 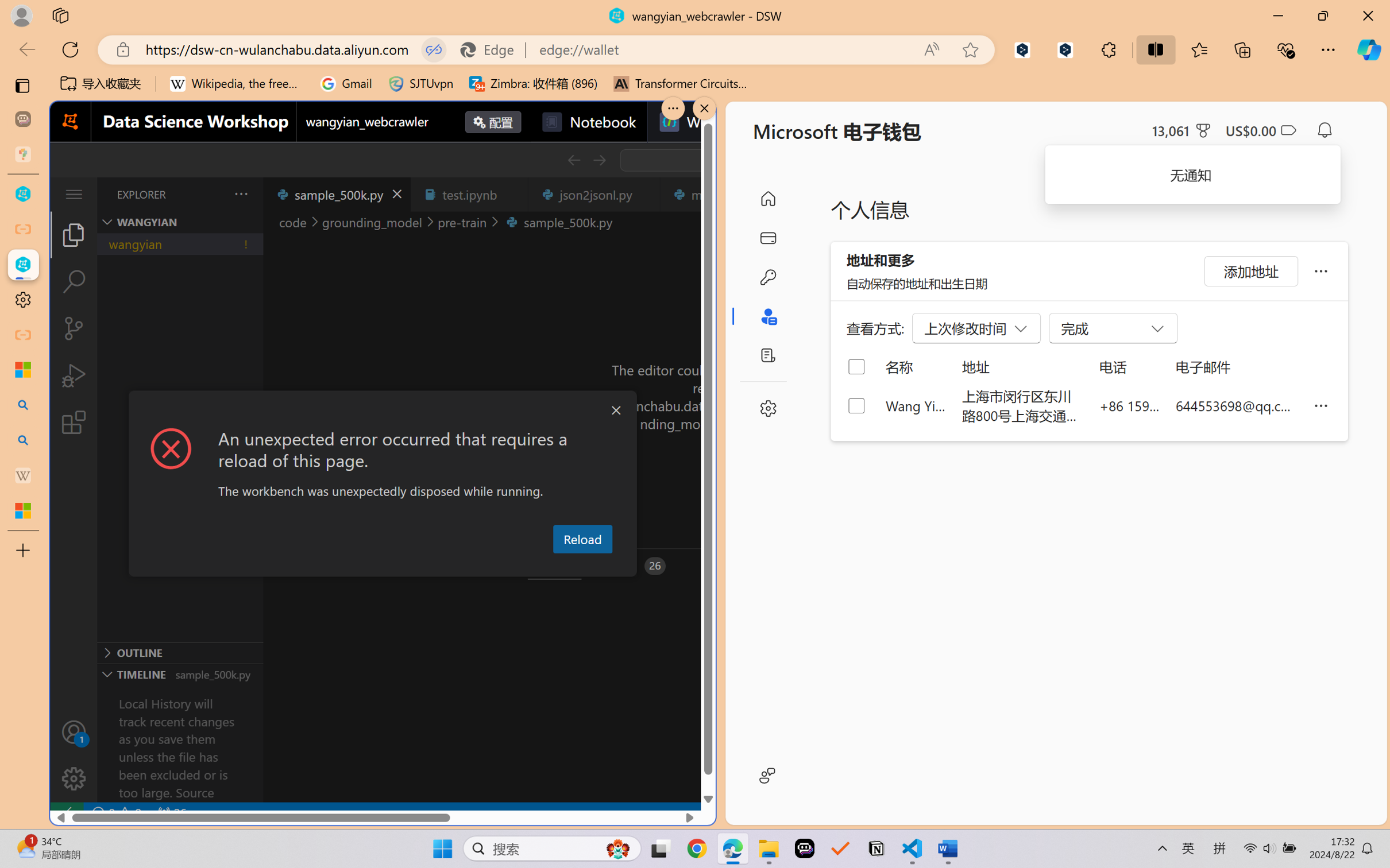 What do you see at coordinates (1129, 405) in the screenshot?
I see `'+86 159 0032 4640'` at bounding box center [1129, 405].